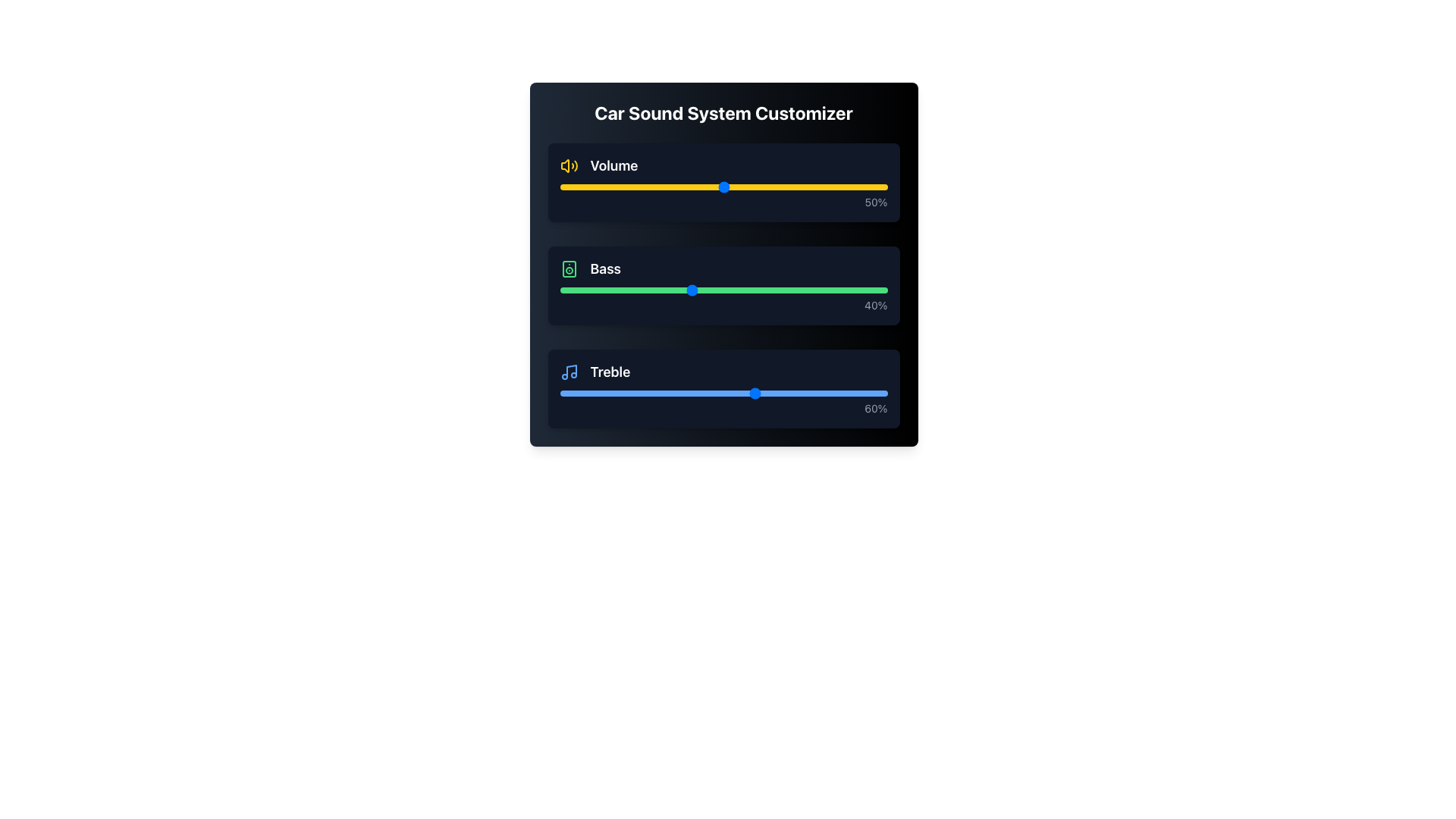 The height and width of the screenshot is (819, 1456). What do you see at coordinates (786, 186) in the screenshot?
I see `volume` at bounding box center [786, 186].